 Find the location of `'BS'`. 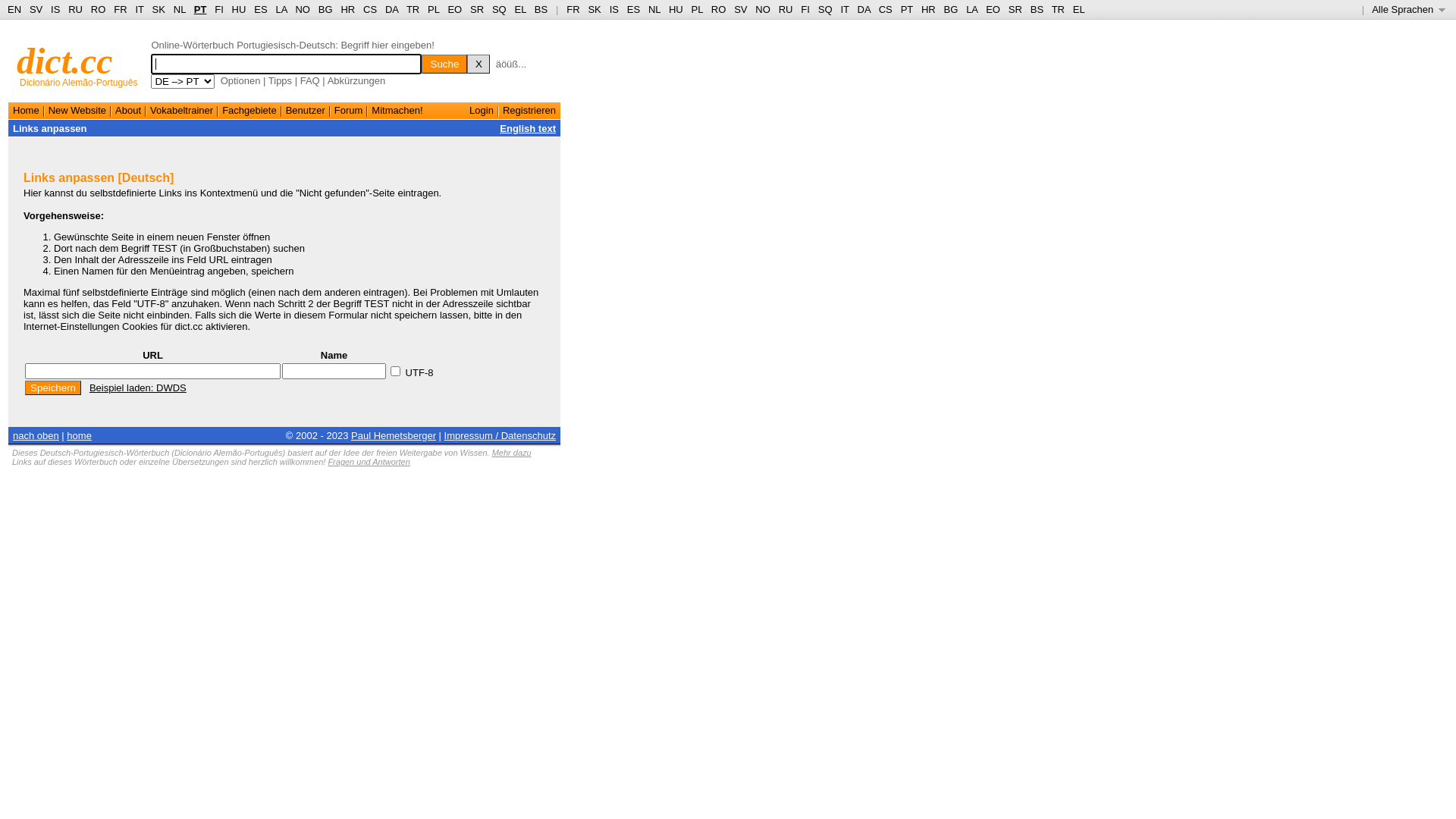

'BS' is located at coordinates (1036, 9).